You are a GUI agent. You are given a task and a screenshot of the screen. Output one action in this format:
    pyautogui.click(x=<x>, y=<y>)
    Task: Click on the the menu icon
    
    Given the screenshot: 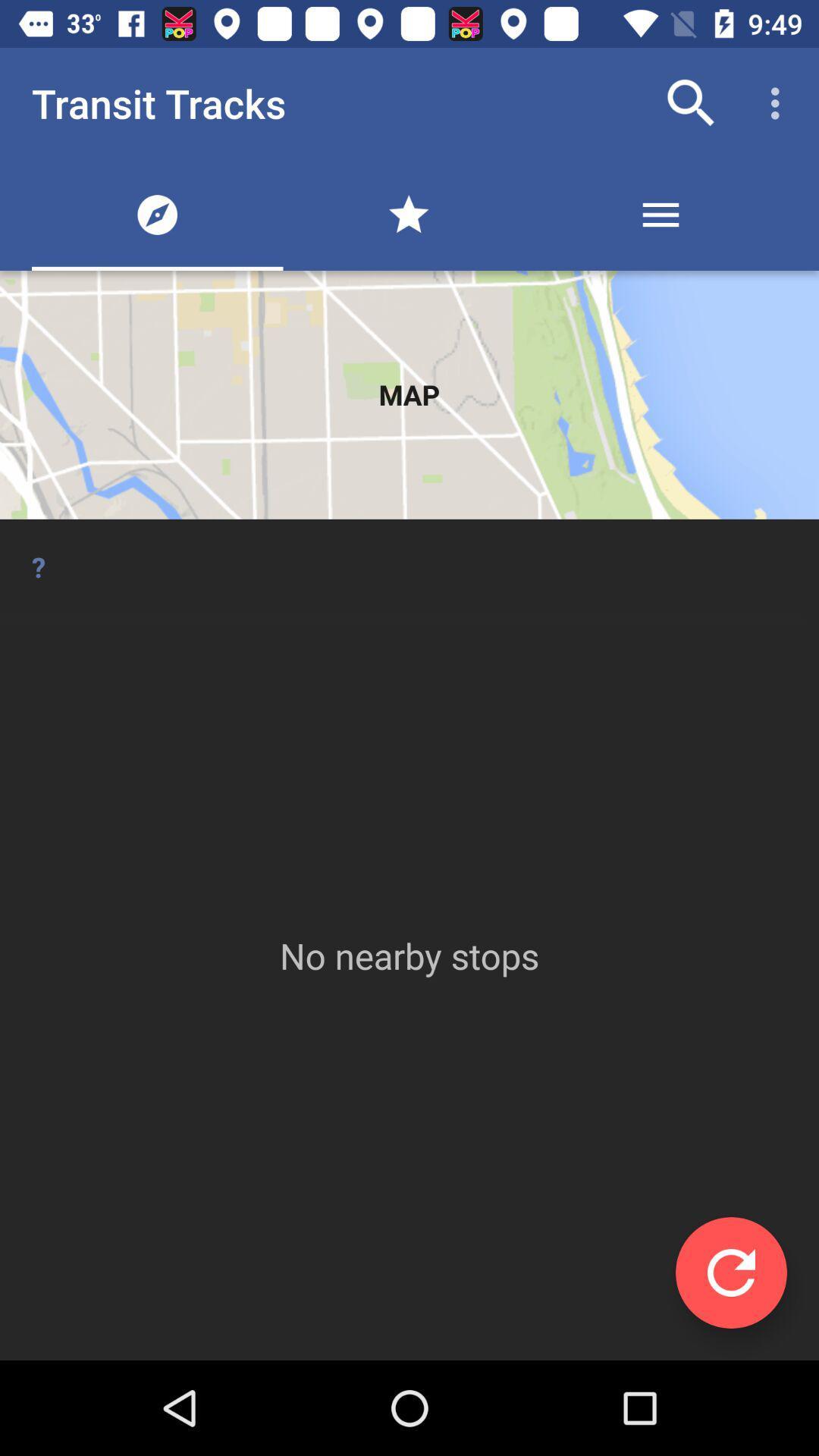 What is the action you would take?
    pyautogui.click(x=660, y=214)
    